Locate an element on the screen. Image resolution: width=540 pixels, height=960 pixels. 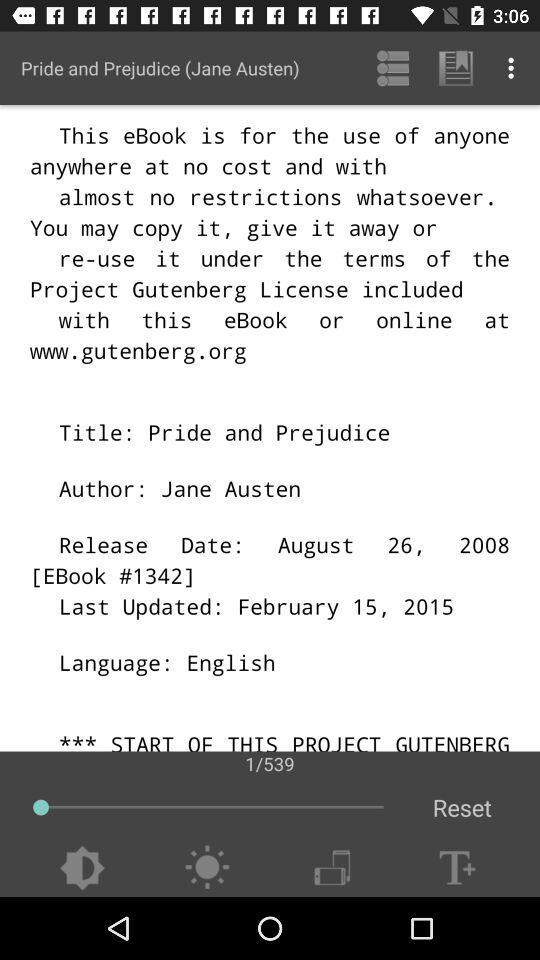
darken is located at coordinates (81, 867).